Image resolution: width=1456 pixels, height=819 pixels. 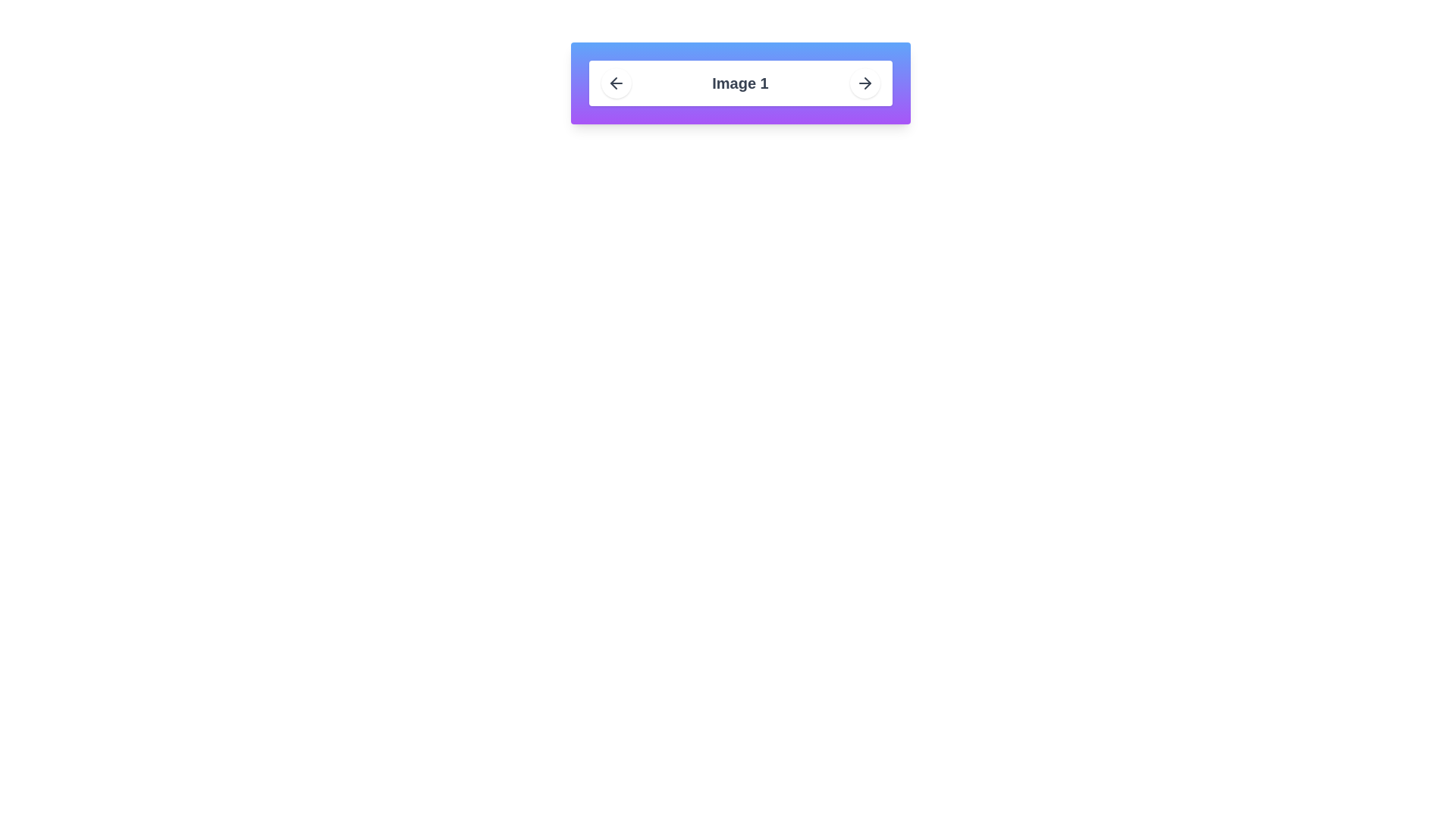 What do you see at coordinates (864, 83) in the screenshot?
I see `the circular button with a white background and a right-facing arrow icon located in the top-right corner of the navigation bar` at bounding box center [864, 83].